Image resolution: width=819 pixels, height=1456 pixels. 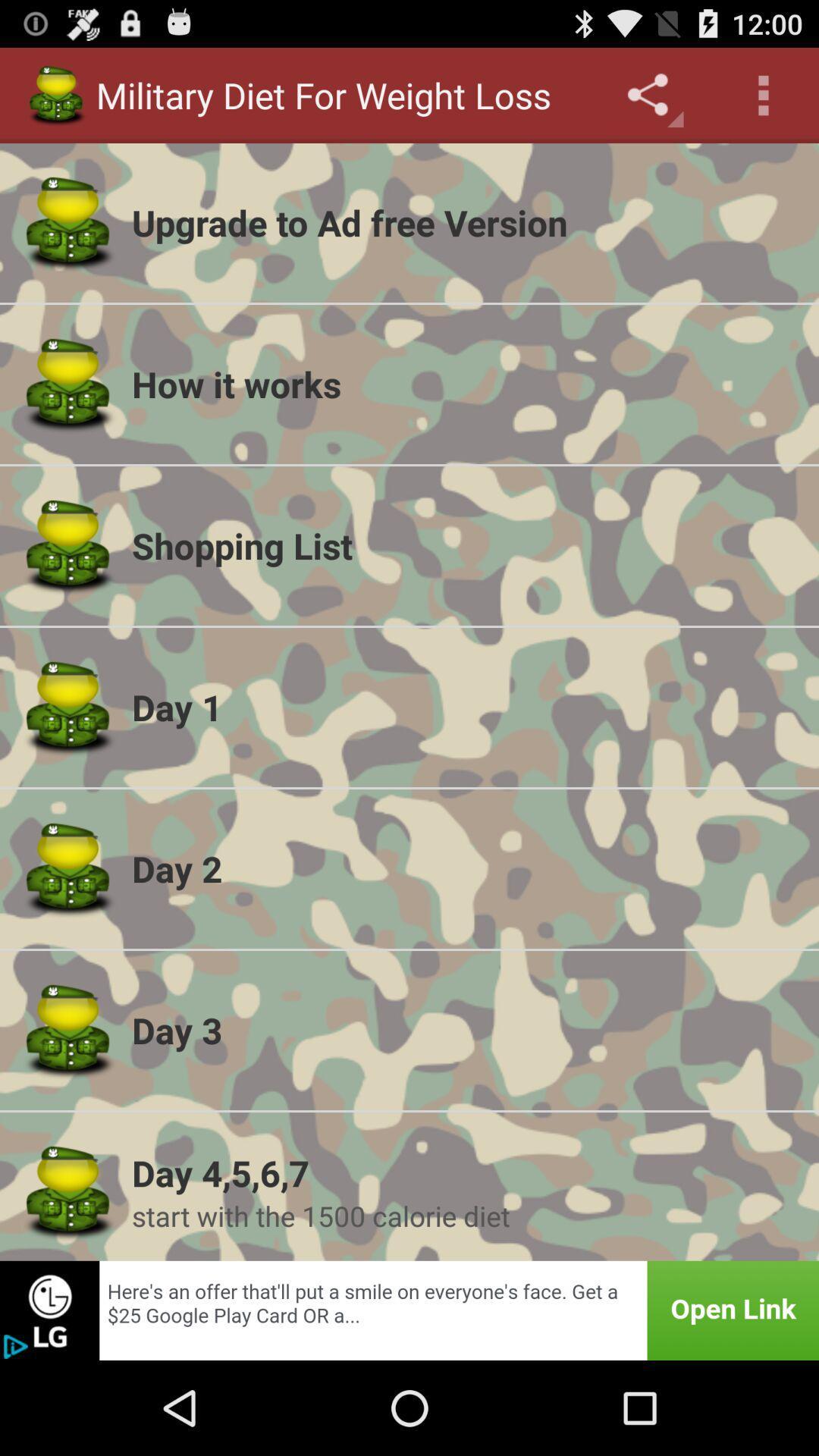 What do you see at coordinates (465, 706) in the screenshot?
I see `the day 1 item` at bounding box center [465, 706].